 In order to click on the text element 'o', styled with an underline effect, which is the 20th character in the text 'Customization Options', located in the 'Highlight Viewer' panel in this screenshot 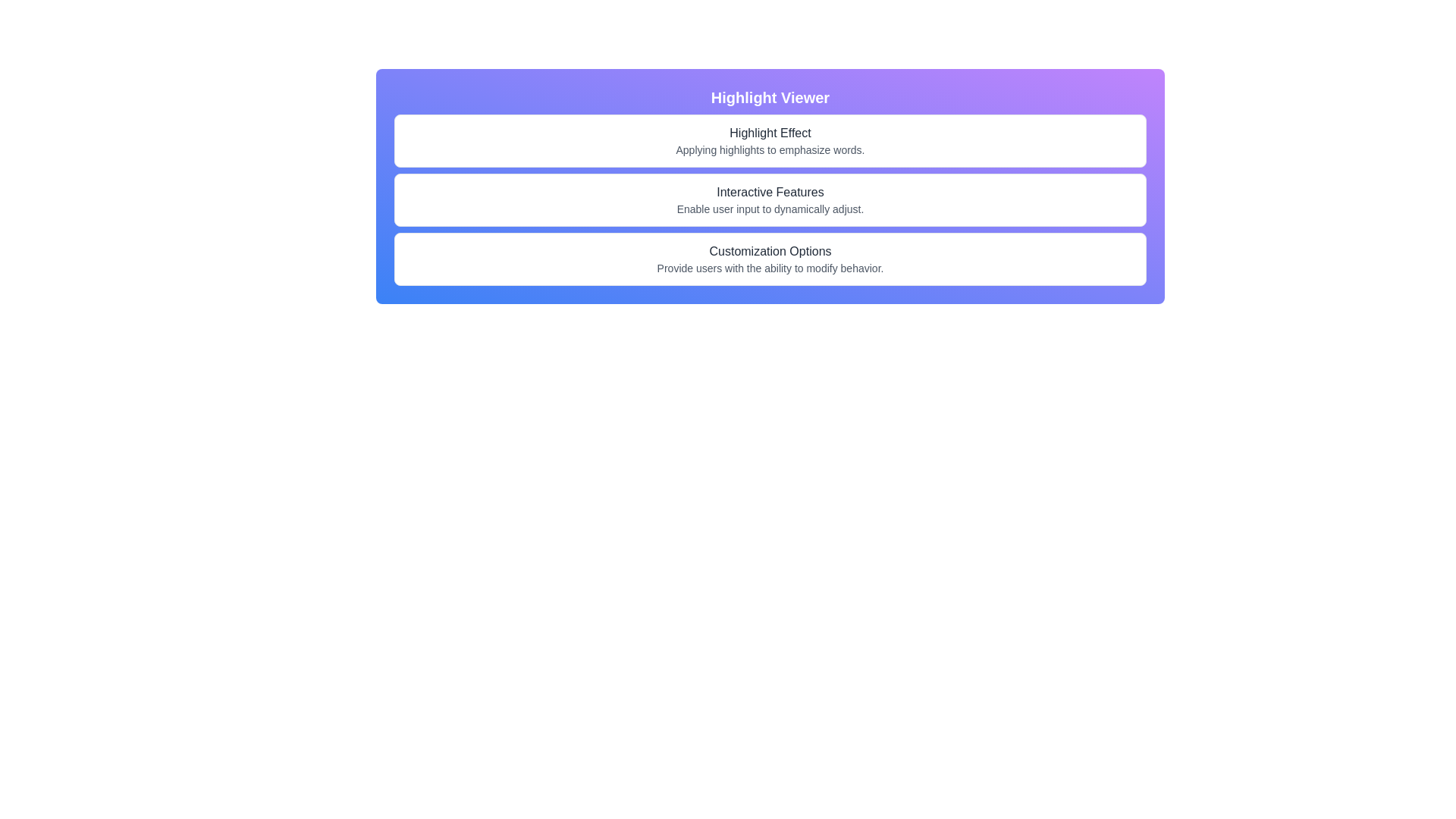, I will do `click(814, 250)`.